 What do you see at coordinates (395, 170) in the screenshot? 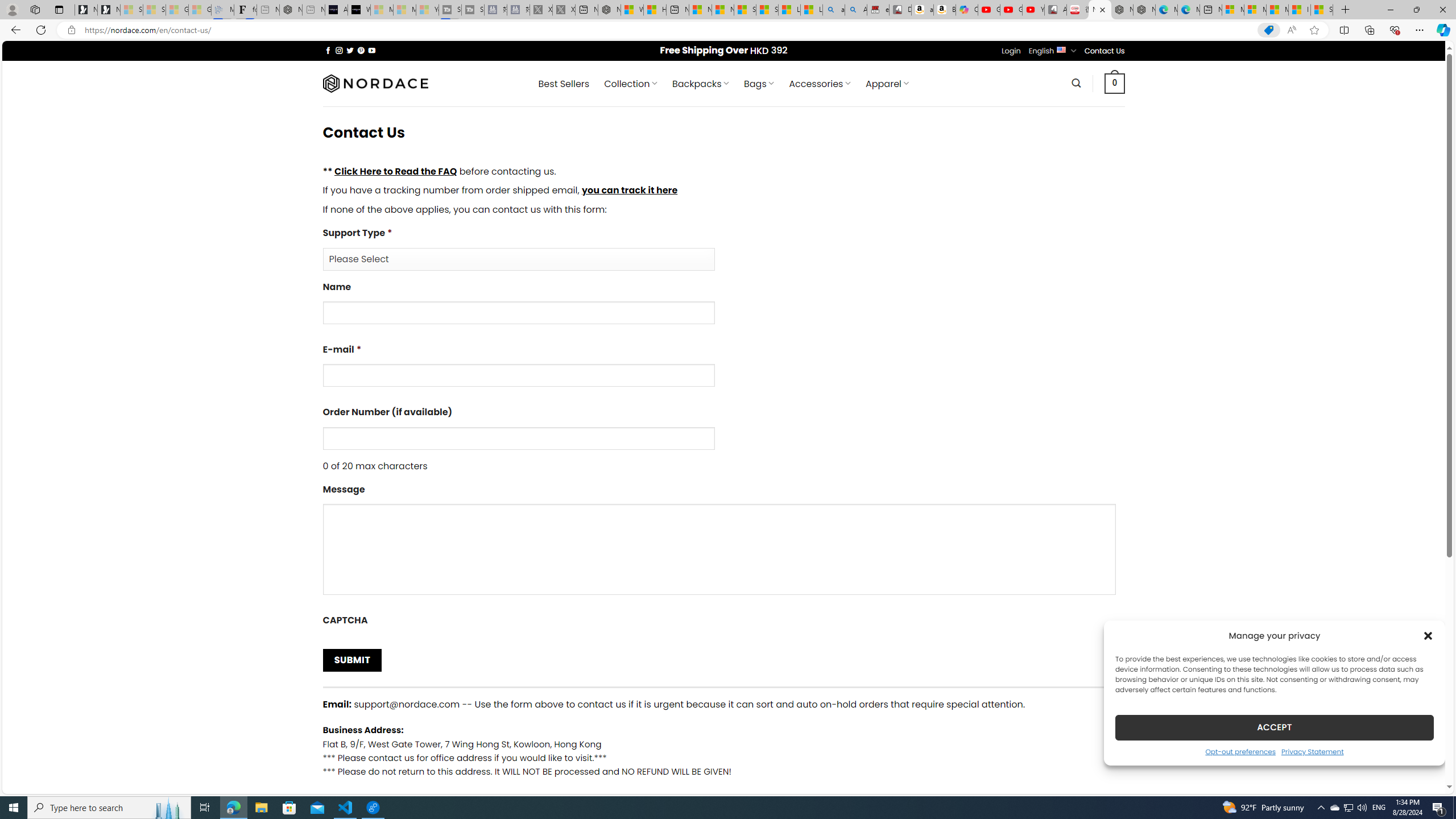
I see `'Click Here to Read the FAQ'` at bounding box center [395, 170].